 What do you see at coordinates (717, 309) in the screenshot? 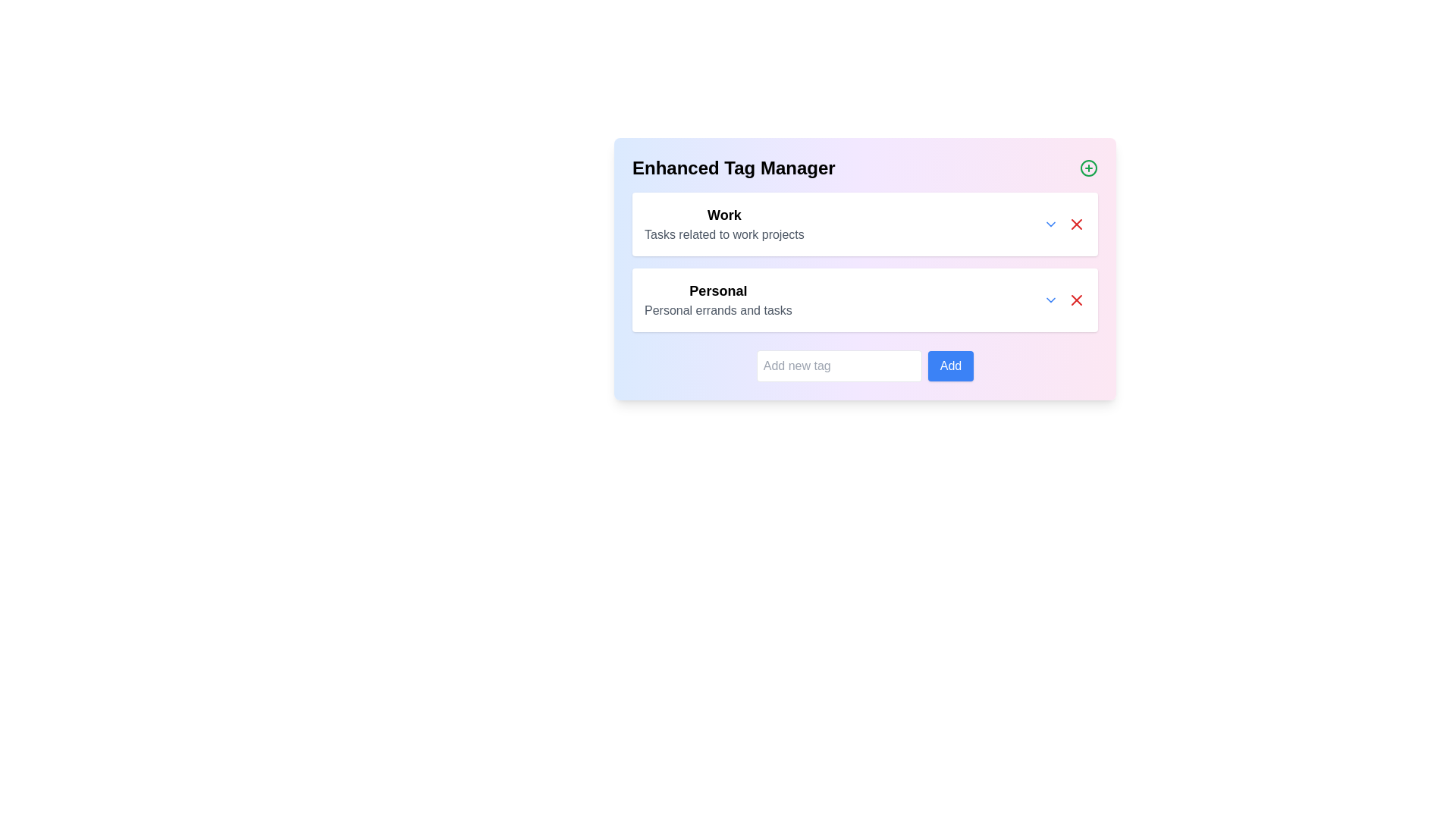
I see `the text label displaying 'Personal errands and tasks' in gray, which is located below the header 'Personal' in the second section of the interface` at bounding box center [717, 309].